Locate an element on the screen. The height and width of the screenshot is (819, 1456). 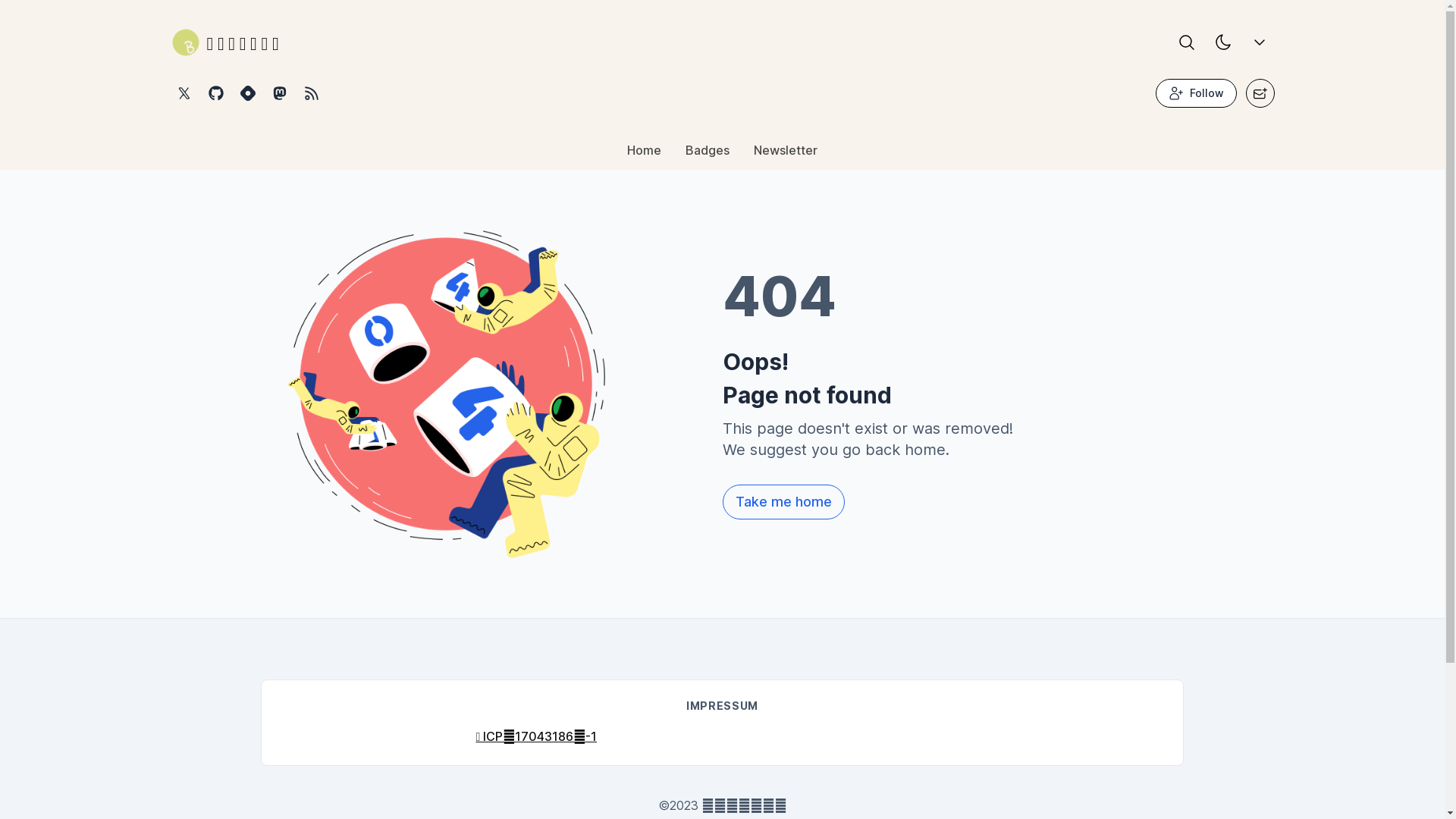
'Home' is located at coordinates (615, 154).